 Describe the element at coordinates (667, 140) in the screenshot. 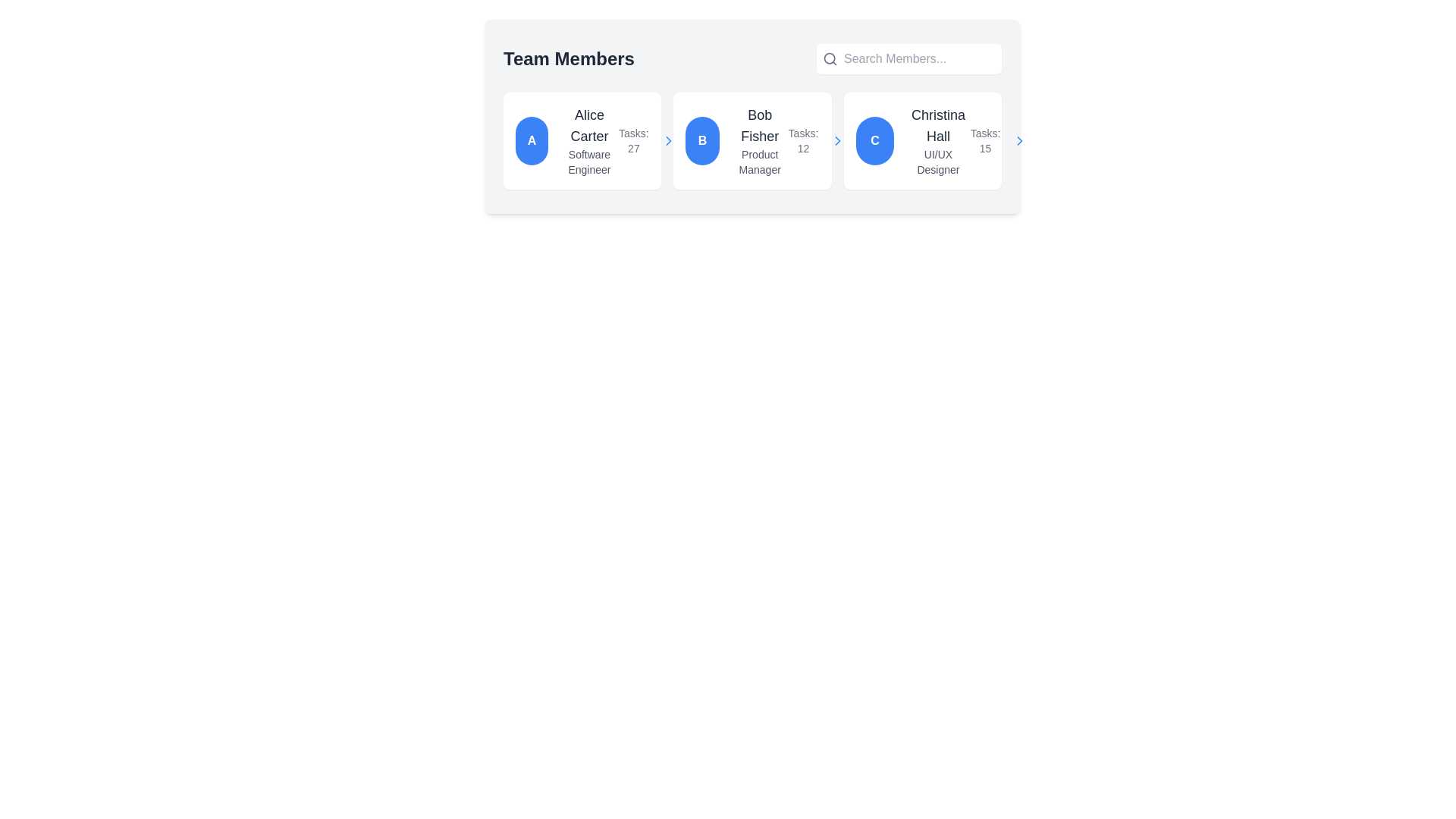

I see `the button located to the right of the 'Tasks: 27' text to observe styling changes` at that location.